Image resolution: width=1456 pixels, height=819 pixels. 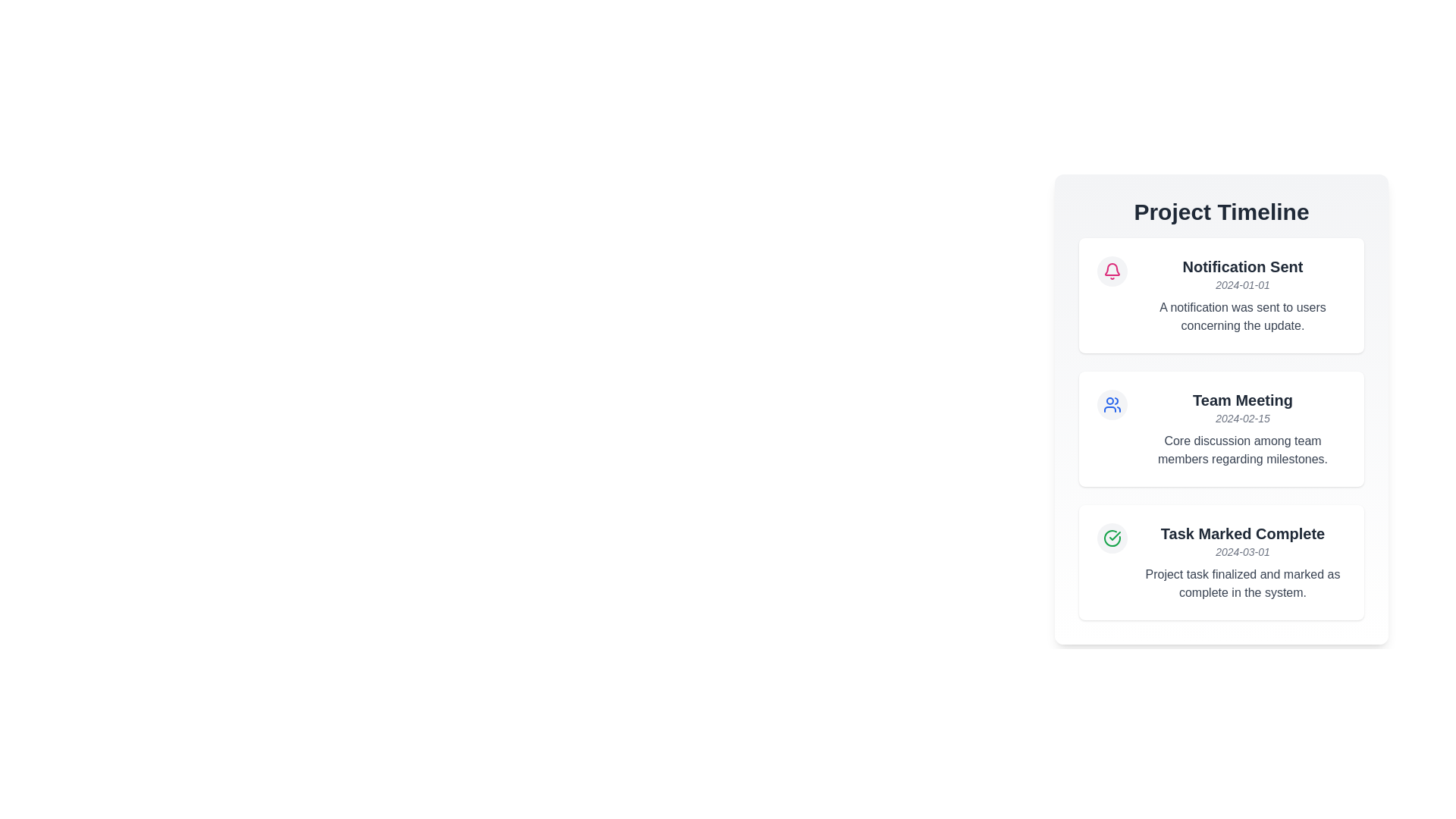 What do you see at coordinates (1242, 295) in the screenshot?
I see `textual information block displaying 'Notification Sent' along with the date and paragraph content, located on the right side of the page` at bounding box center [1242, 295].